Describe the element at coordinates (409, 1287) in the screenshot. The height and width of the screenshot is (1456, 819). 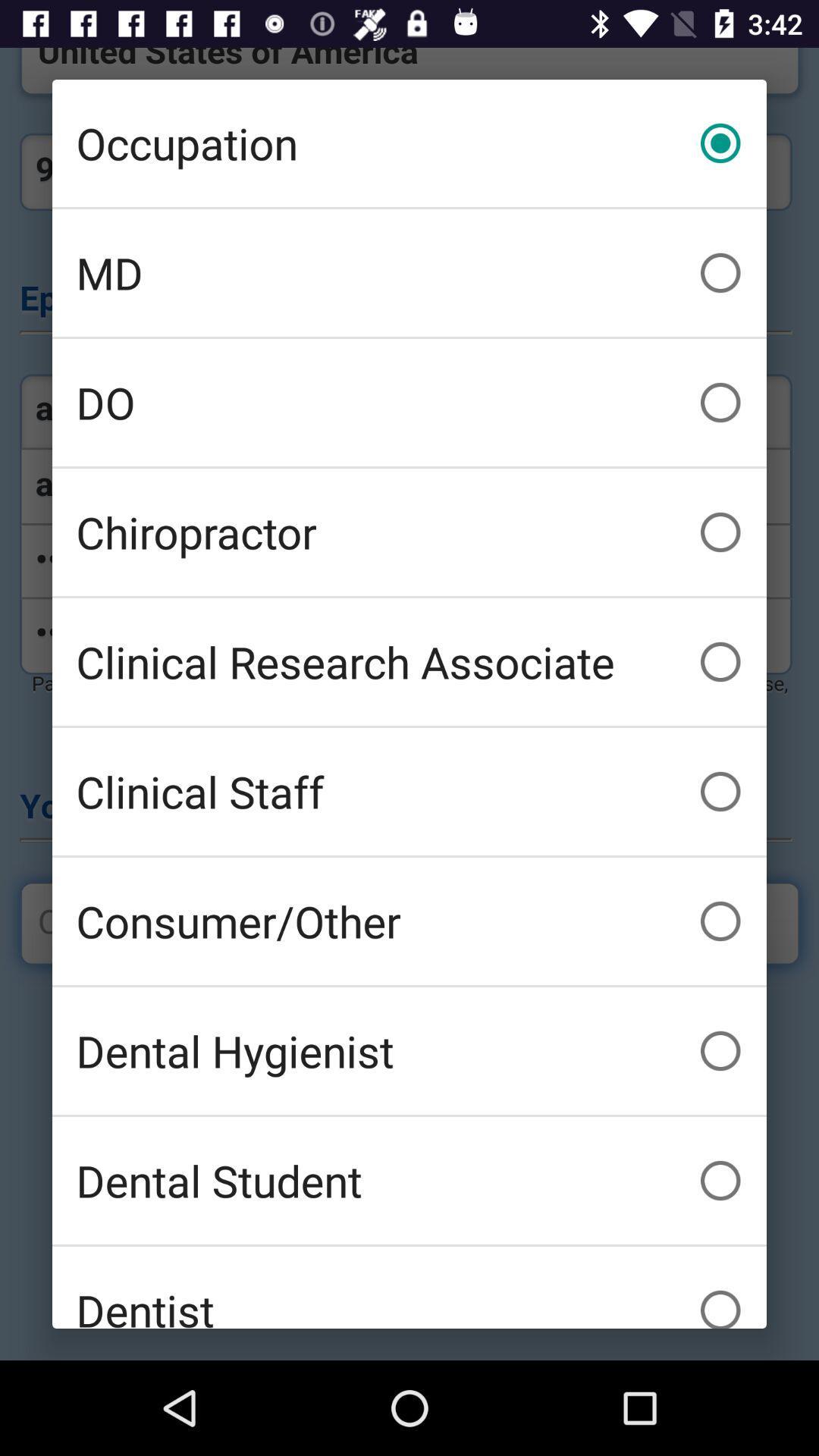
I see `the dentist` at that location.